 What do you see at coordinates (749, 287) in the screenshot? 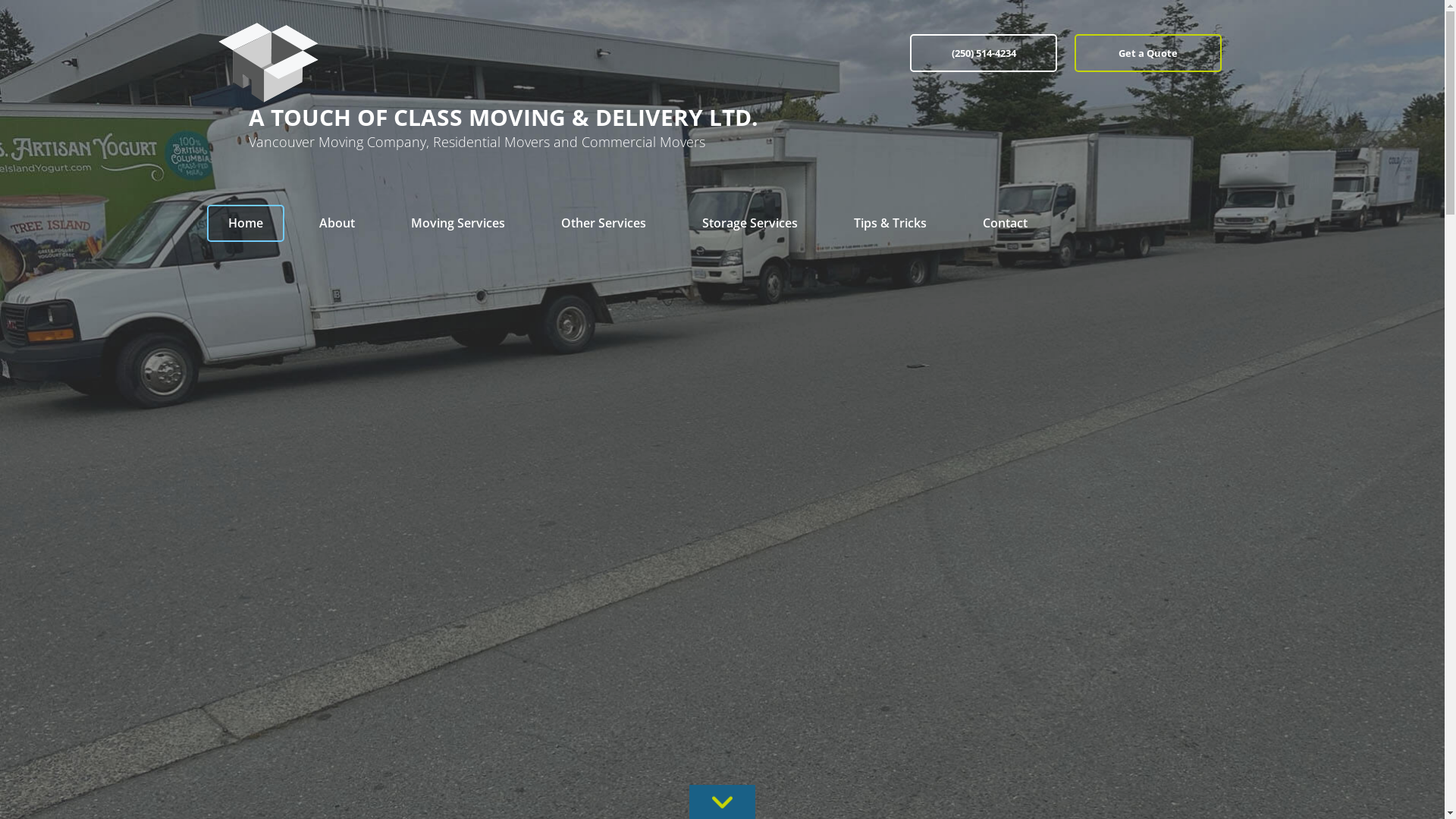
I see `'Long Term Storage'` at bounding box center [749, 287].